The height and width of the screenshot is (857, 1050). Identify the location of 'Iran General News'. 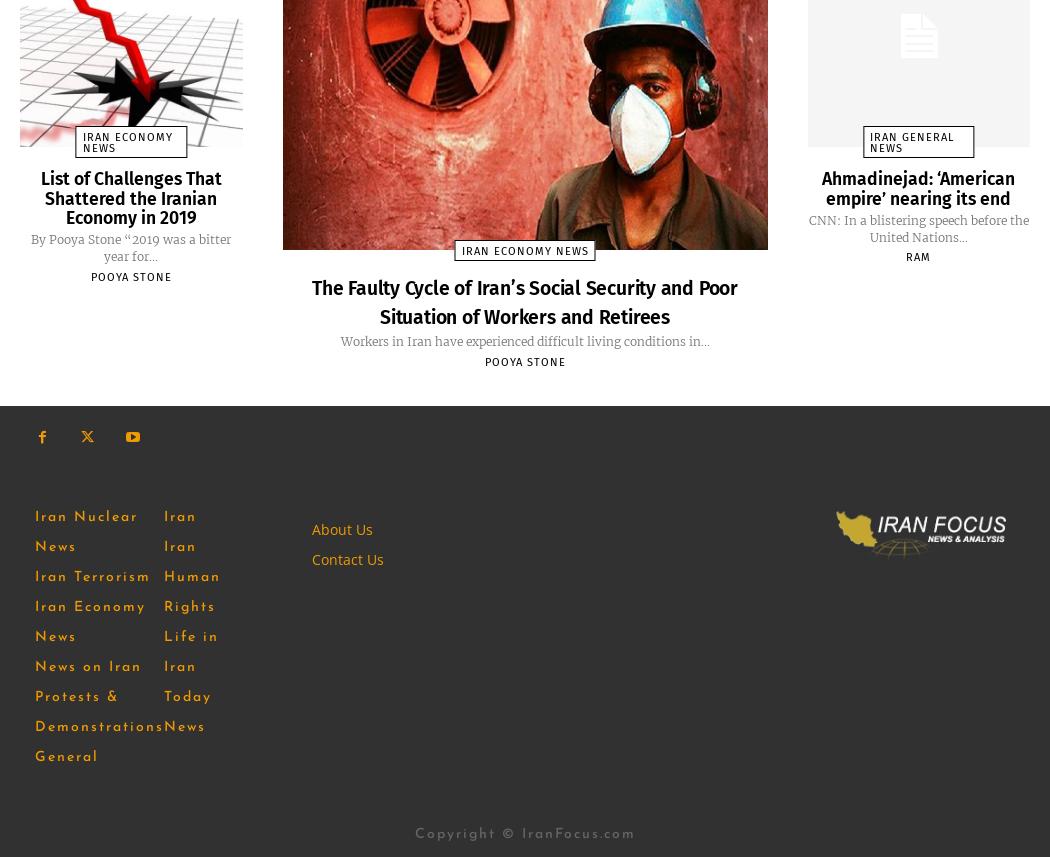
(912, 142).